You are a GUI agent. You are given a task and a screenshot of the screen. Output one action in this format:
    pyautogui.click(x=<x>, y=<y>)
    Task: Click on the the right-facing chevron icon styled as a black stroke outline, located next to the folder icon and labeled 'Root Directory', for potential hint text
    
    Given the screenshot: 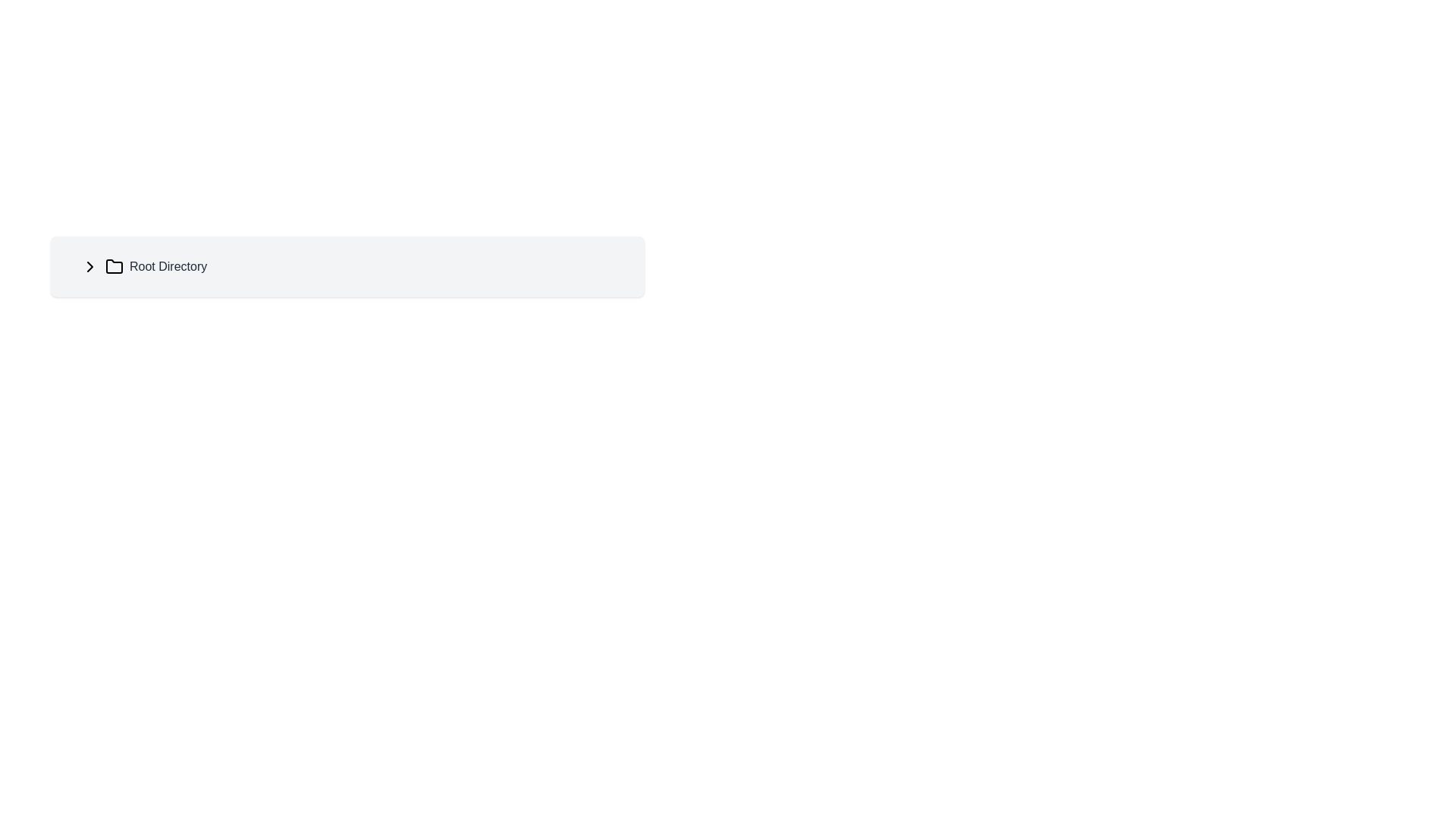 What is the action you would take?
    pyautogui.click(x=89, y=265)
    